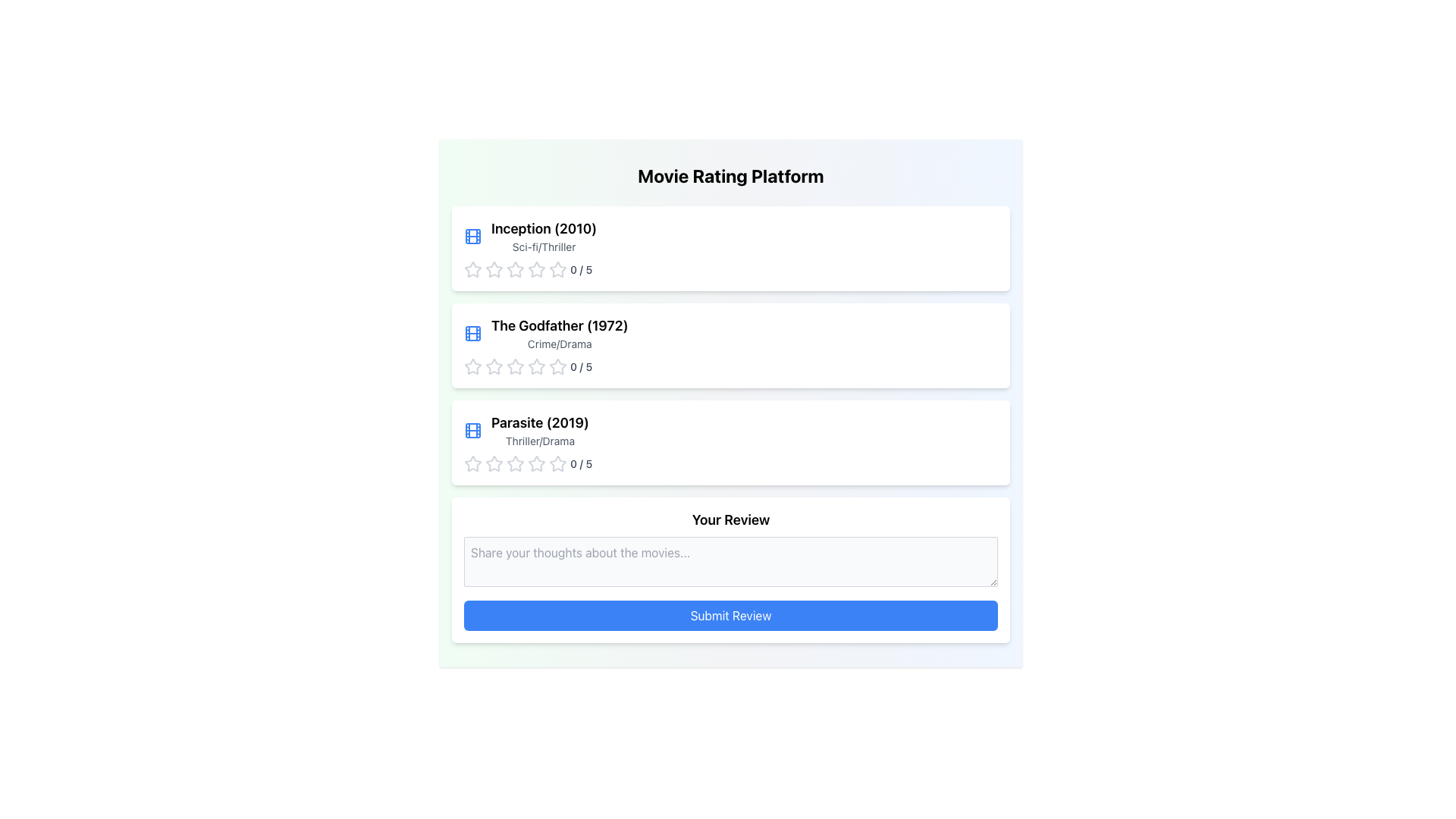 This screenshot has height=819, width=1456. Describe the element at coordinates (494, 268) in the screenshot. I see `the first star icon of the rating system for the movie 'Inception (2010)'` at that location.